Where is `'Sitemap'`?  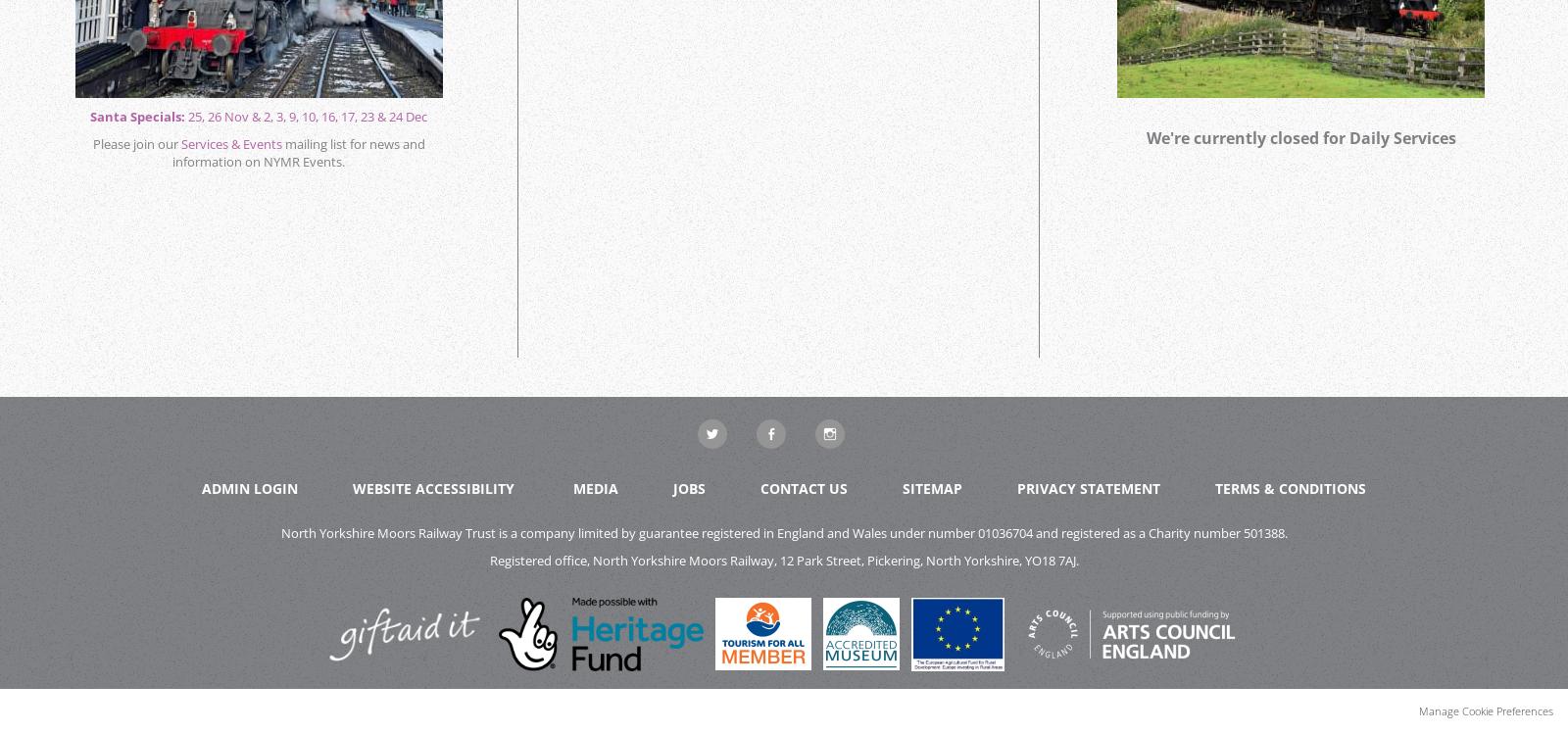 'Sitemap' is located at coordinates (931, 487).